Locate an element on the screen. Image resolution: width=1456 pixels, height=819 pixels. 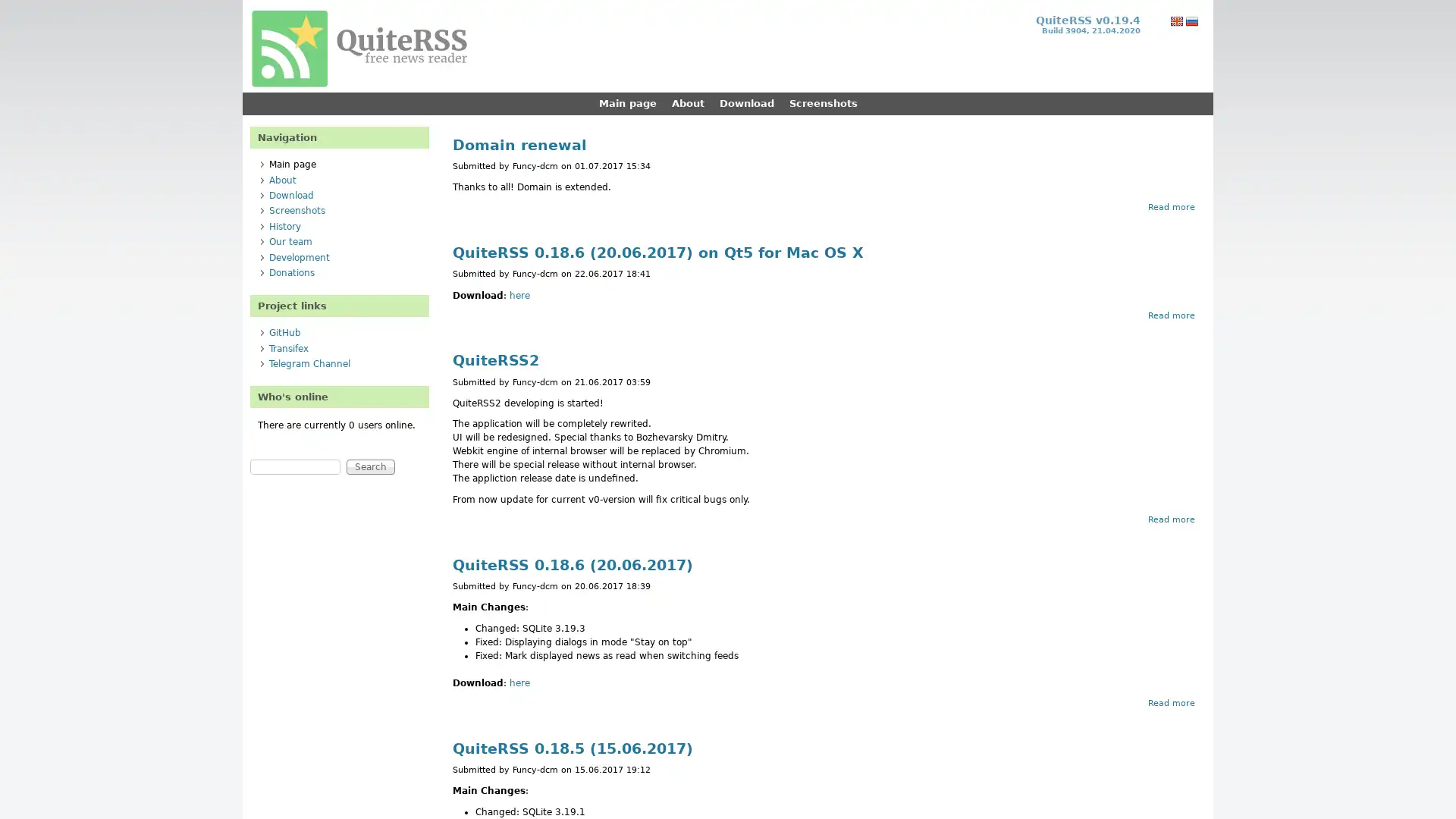
Search is located at coordinates (371, 466).